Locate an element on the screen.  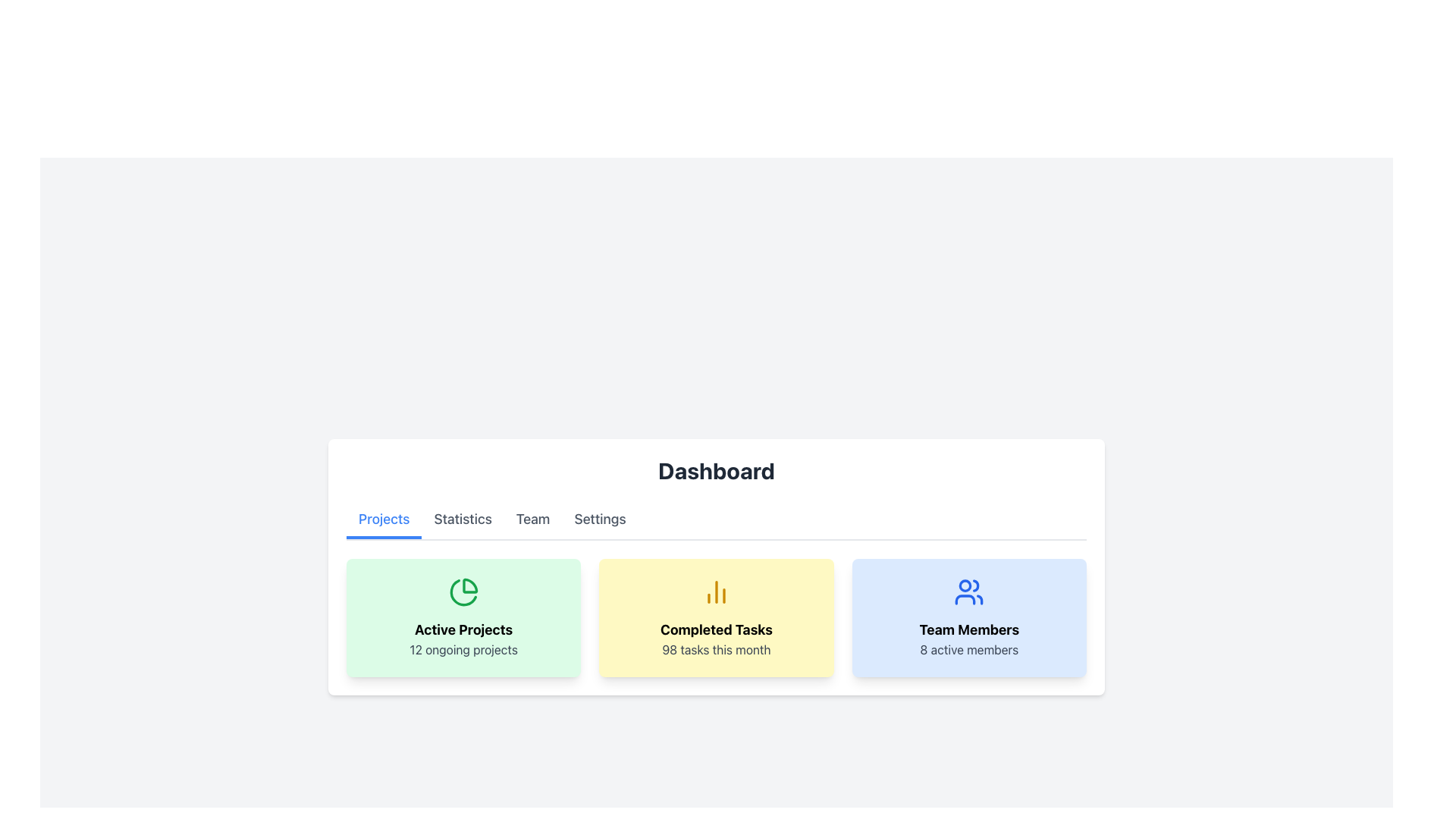
the fourth navigation tab, which is positioned to the right of the 'Team' tab and redirects to the settings section is located at coordinates (599, 519).